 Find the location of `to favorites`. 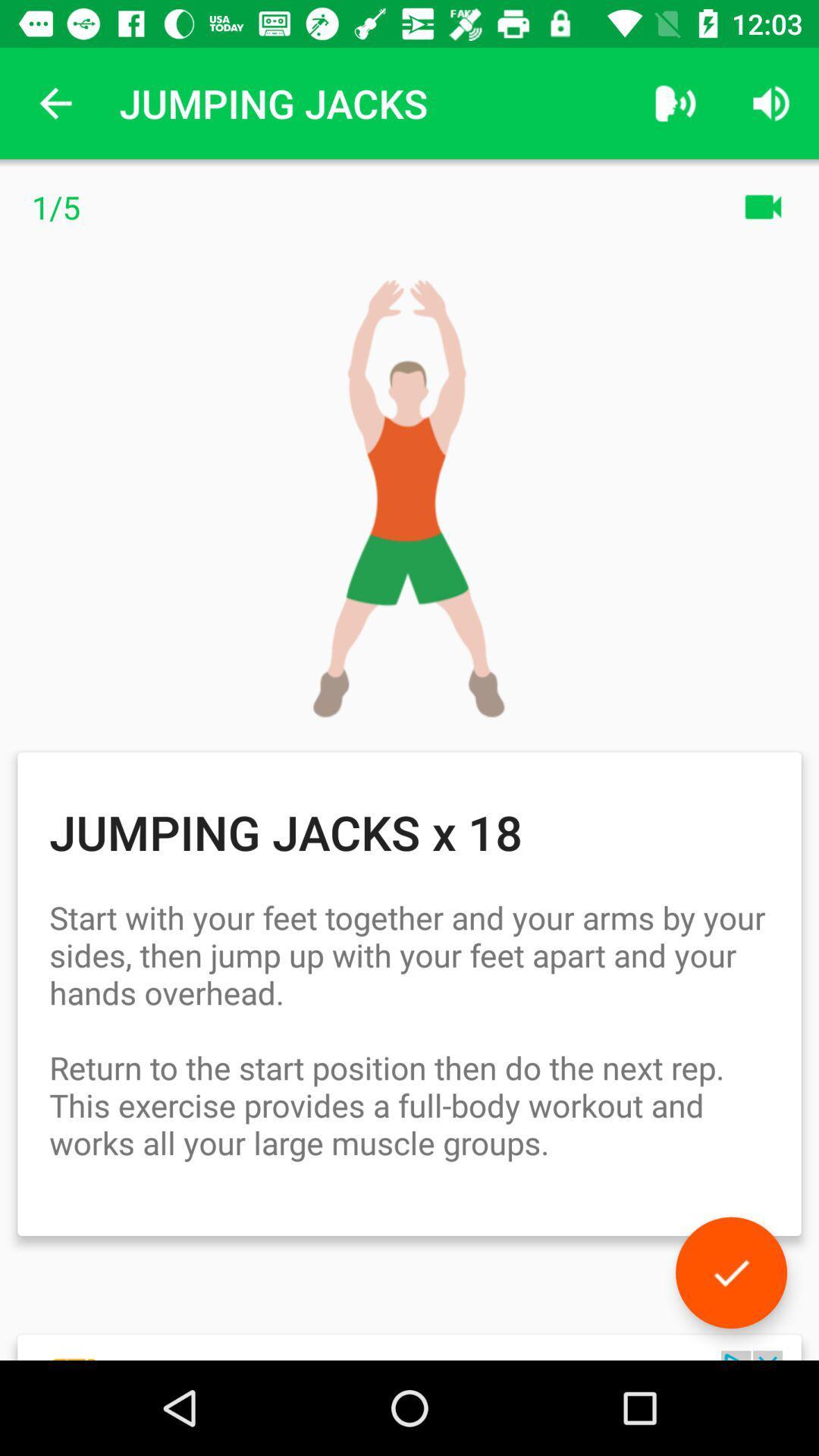

to favorites is located at coordinates (730, 1272).